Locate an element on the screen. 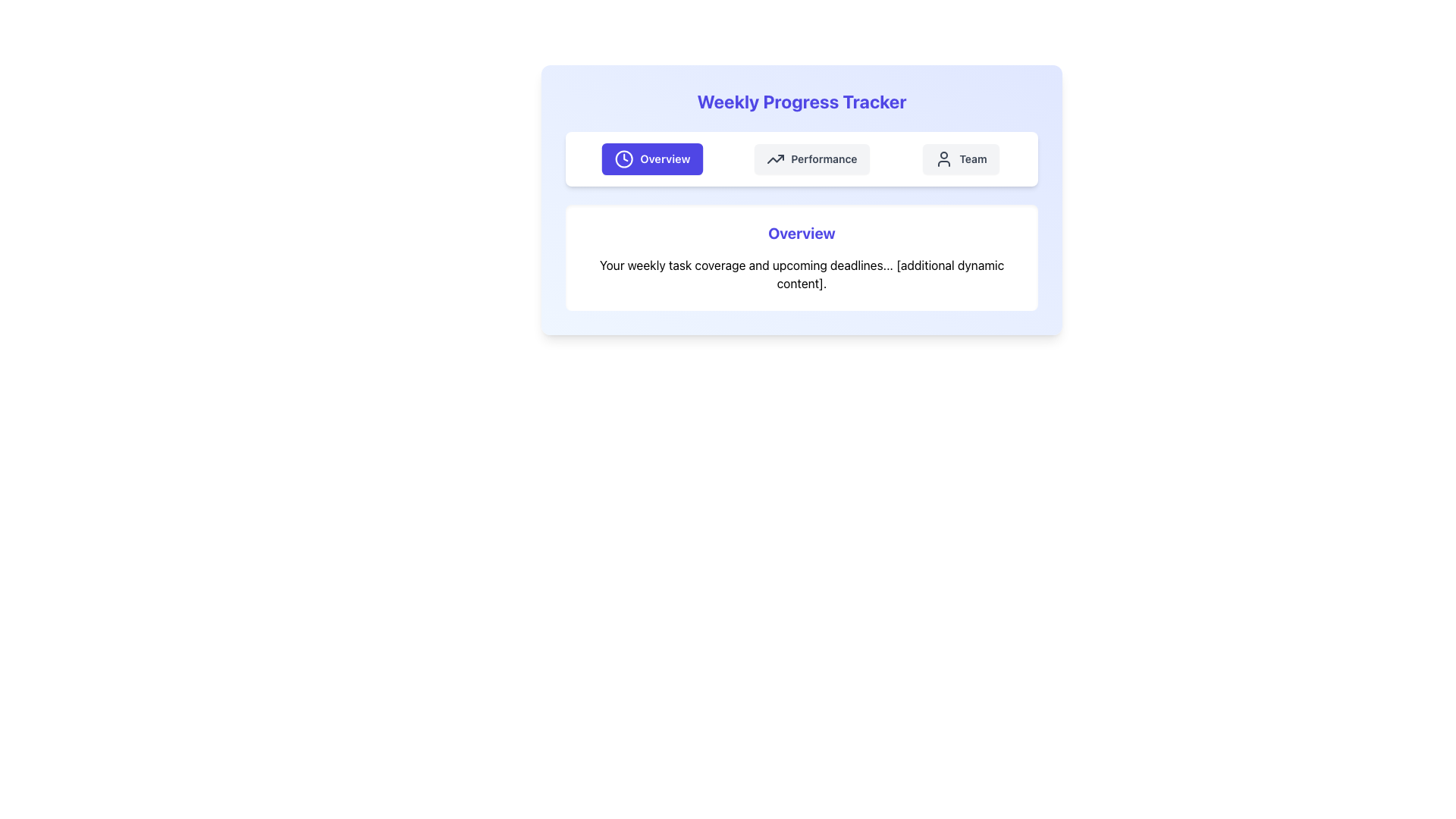  the 'Team' button which contains a minimalistic user icon styled with a dark stroke, located within the 'Weekly Progress Tracker' section is located at coordinates (943, 158).